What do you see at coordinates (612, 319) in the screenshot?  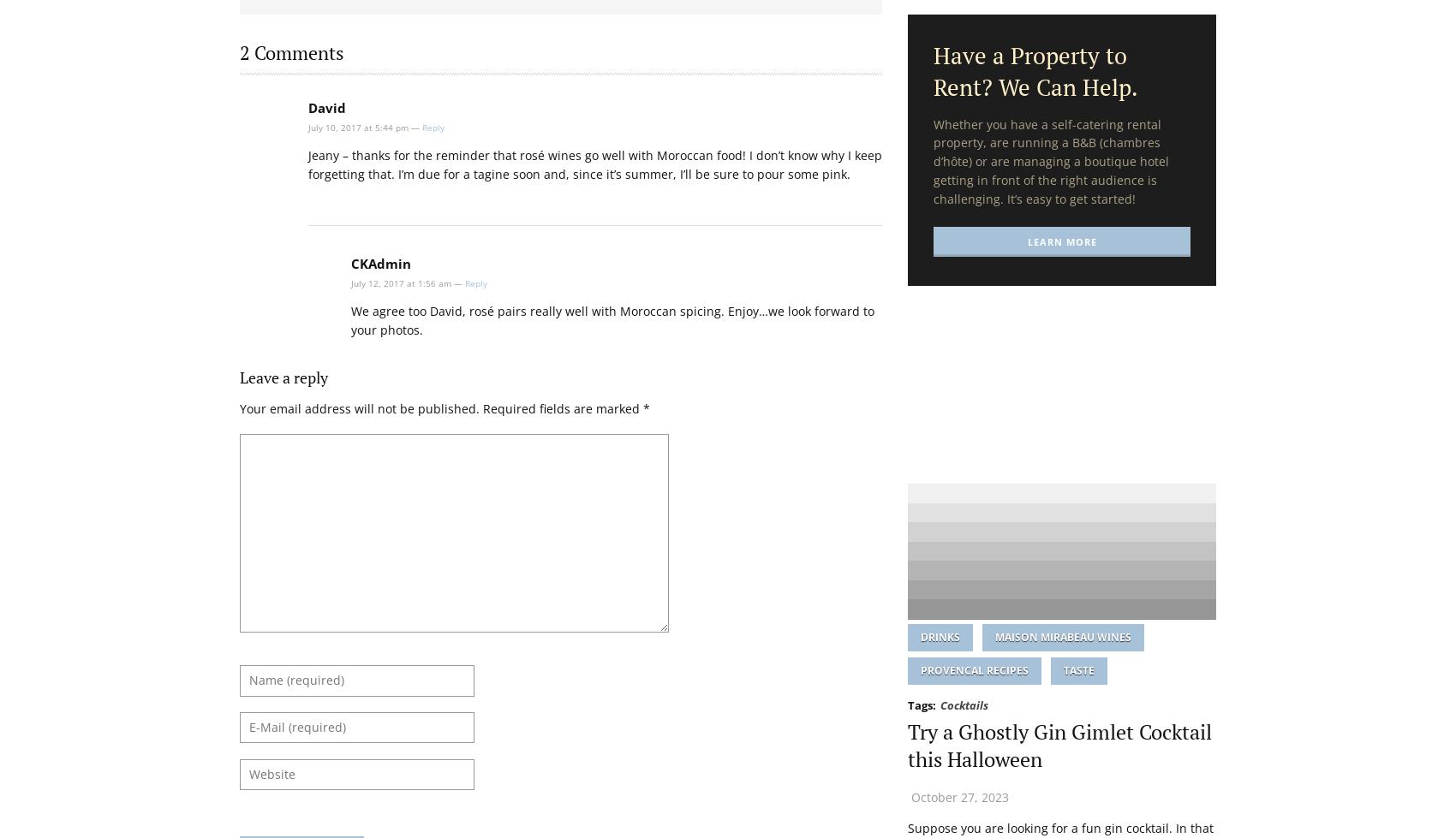 I see `'We agree too David, rosé pairs really well with Moroccan spicing. Enjoy…we look forward to your photos.'` at bounding box center [612, 319].